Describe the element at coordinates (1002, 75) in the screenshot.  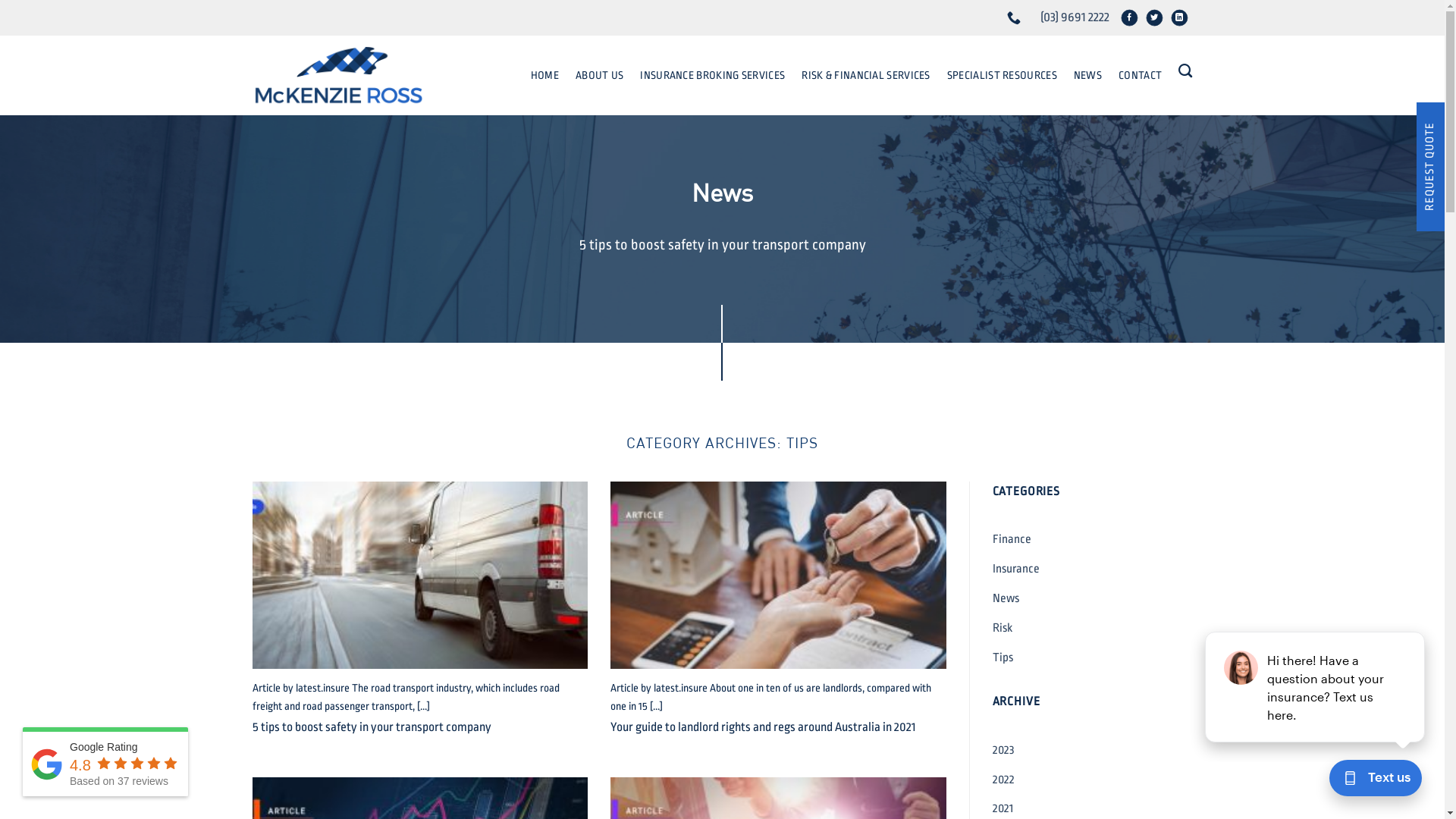
I see `'SPECIALIST RESOURCES'` at that location.